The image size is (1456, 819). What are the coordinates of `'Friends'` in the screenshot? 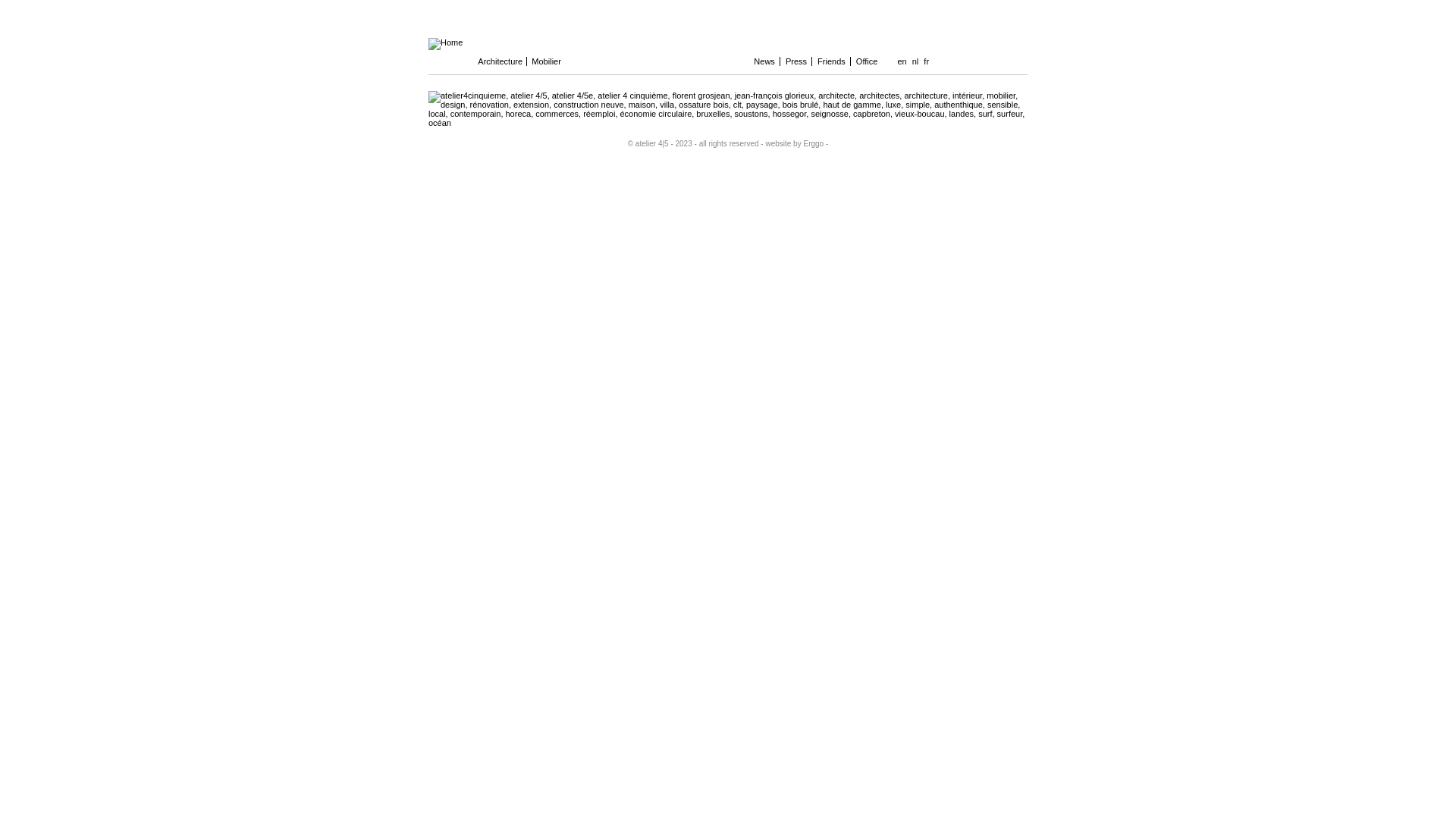 It's located at (832, 61).